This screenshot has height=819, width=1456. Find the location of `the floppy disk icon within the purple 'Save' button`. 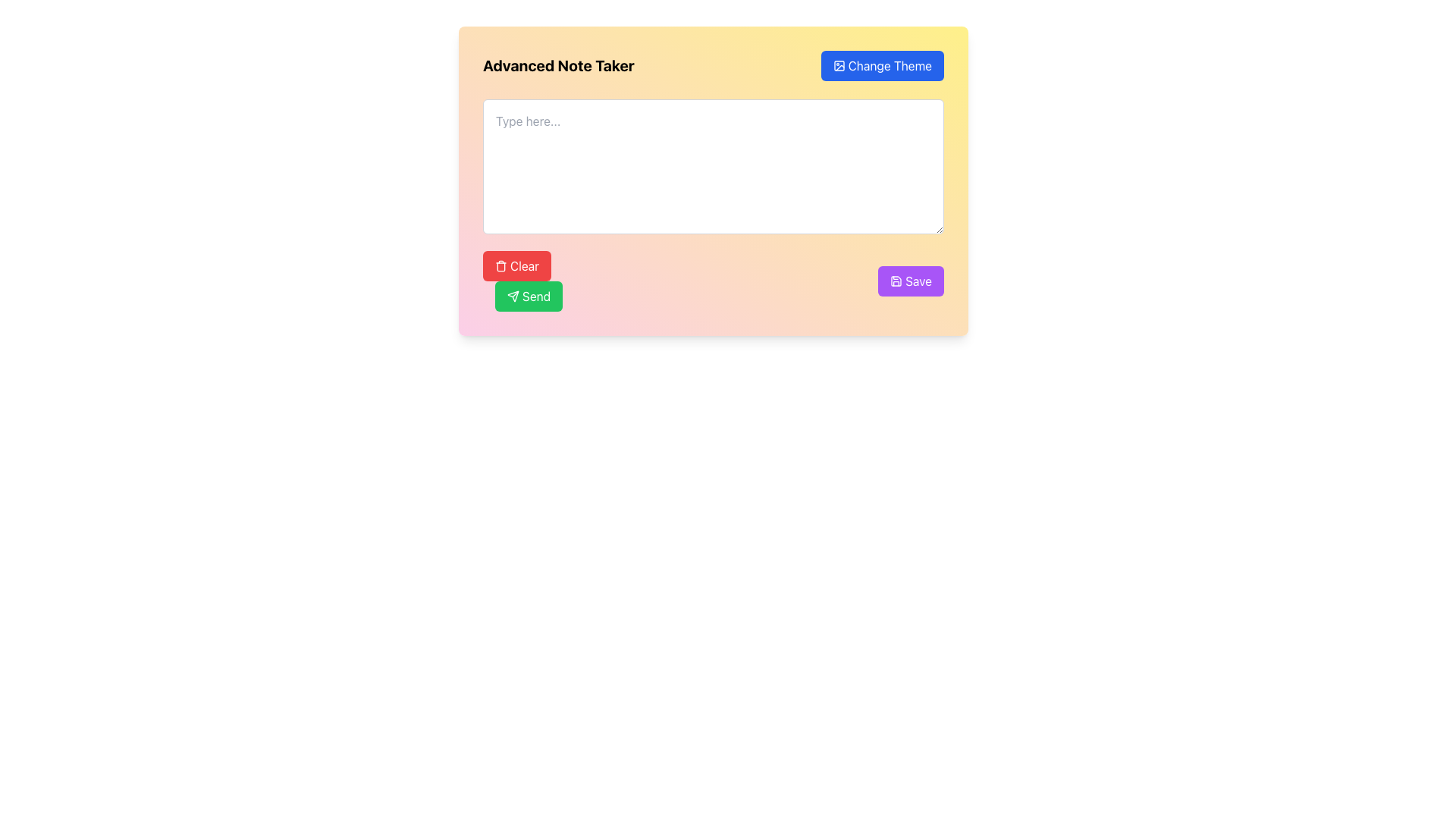

the floppy disk icon within the purple 'Save' button is located at coordinates (896, 281).